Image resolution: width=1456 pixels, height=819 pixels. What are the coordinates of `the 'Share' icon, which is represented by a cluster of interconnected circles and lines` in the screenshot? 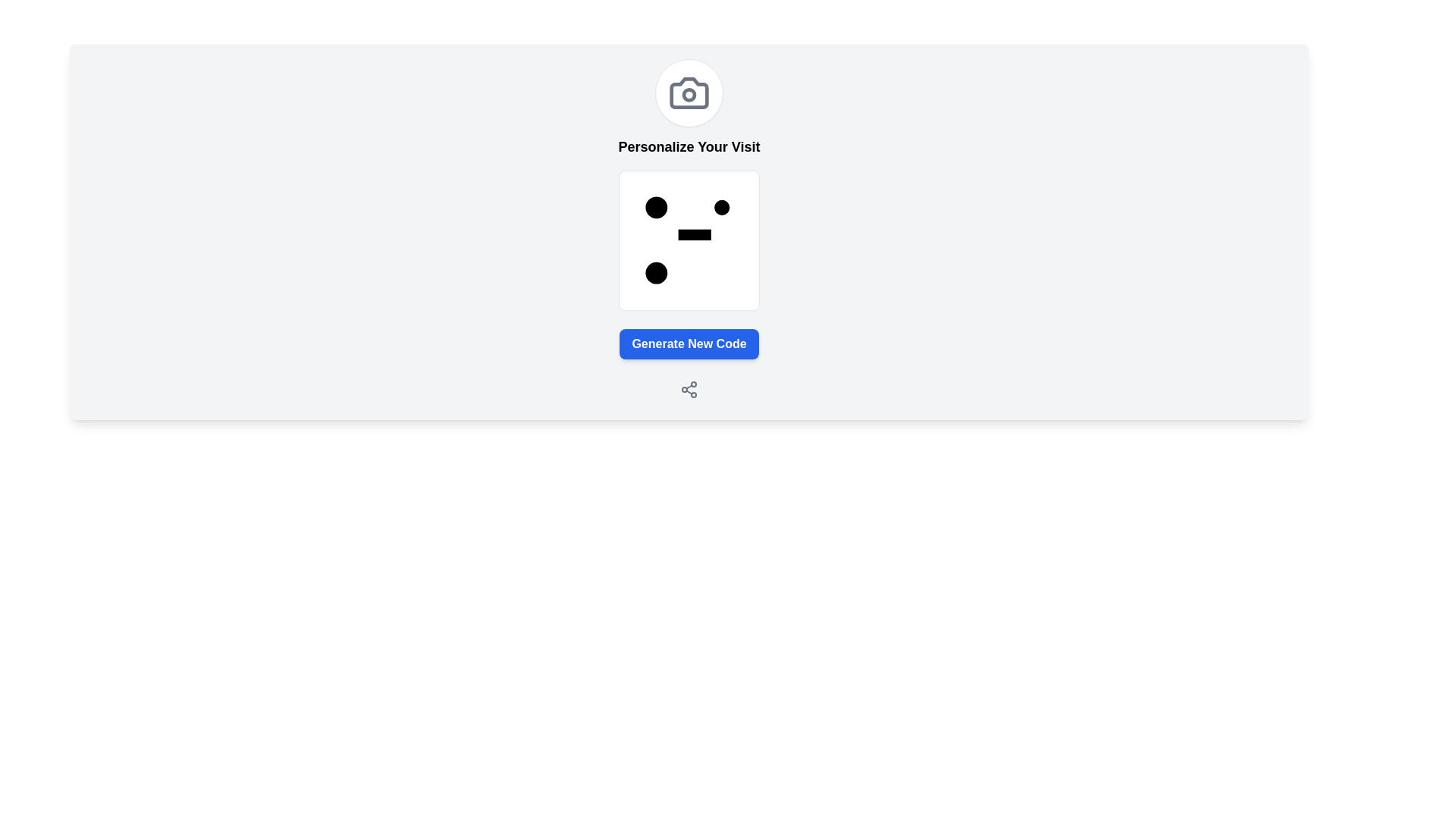 It's located at (688, 388).